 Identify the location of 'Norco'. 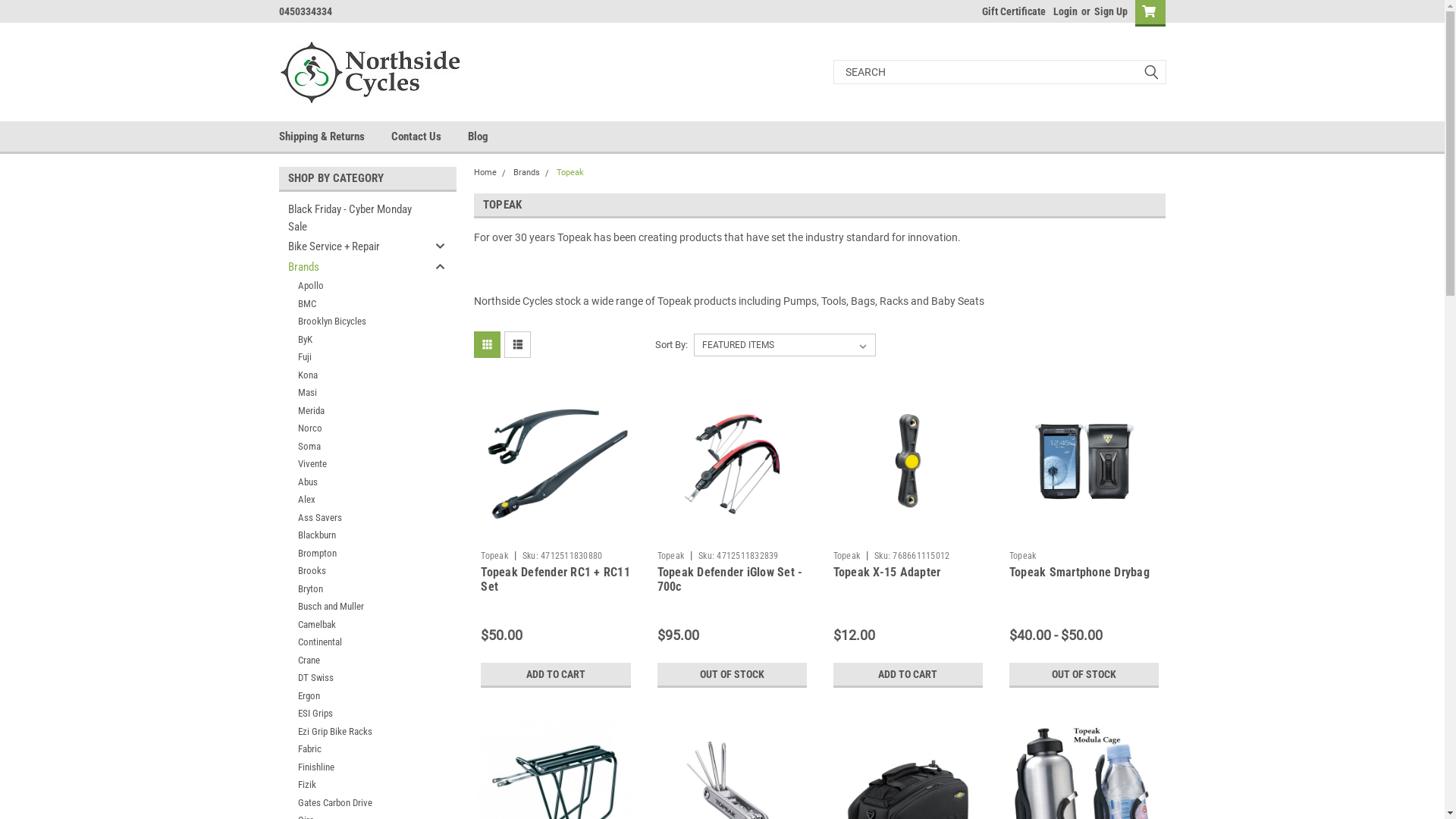
(353, 428).